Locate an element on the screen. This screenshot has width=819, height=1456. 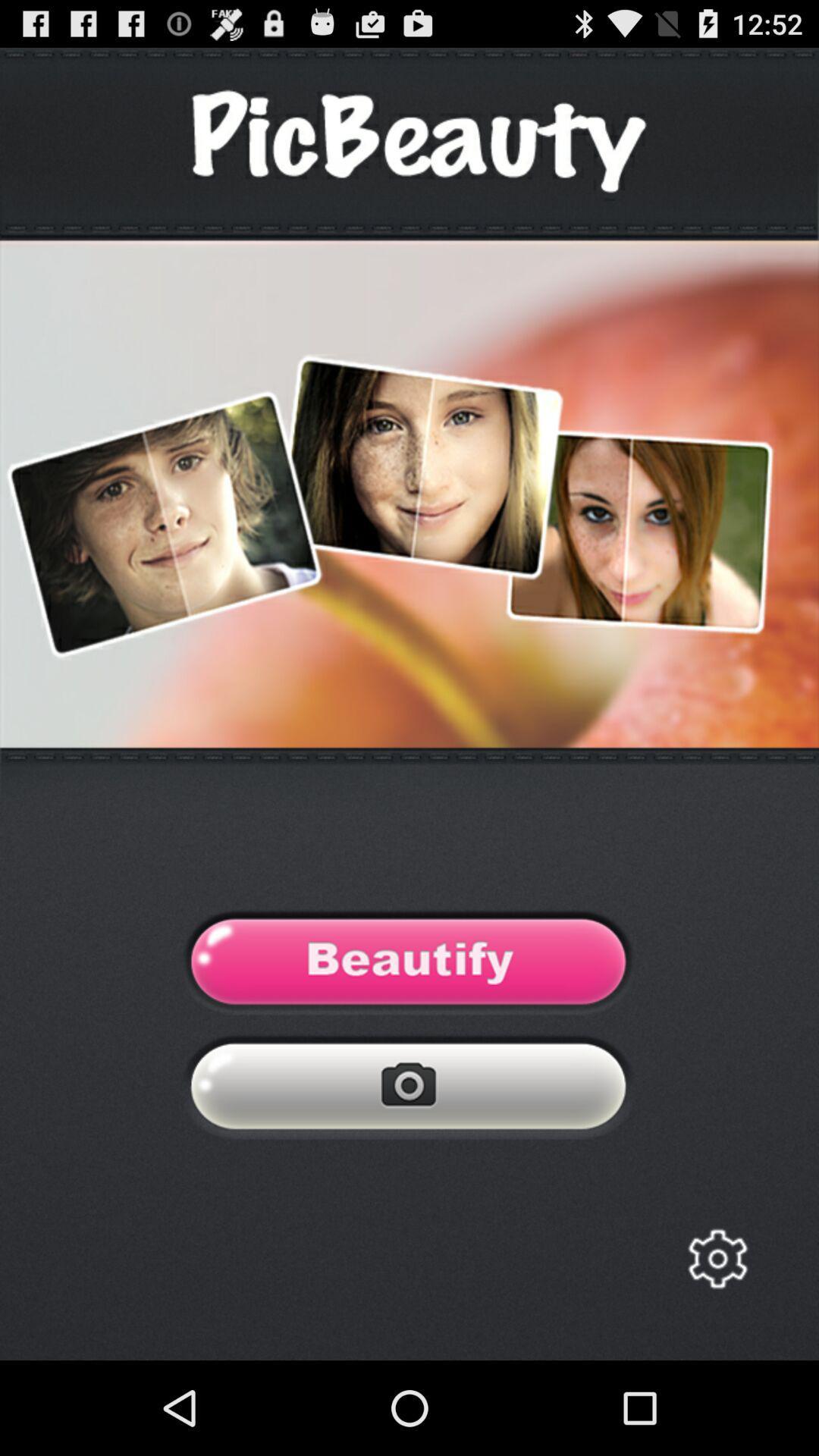
enhance the photos is located at coordinates (408, 965).